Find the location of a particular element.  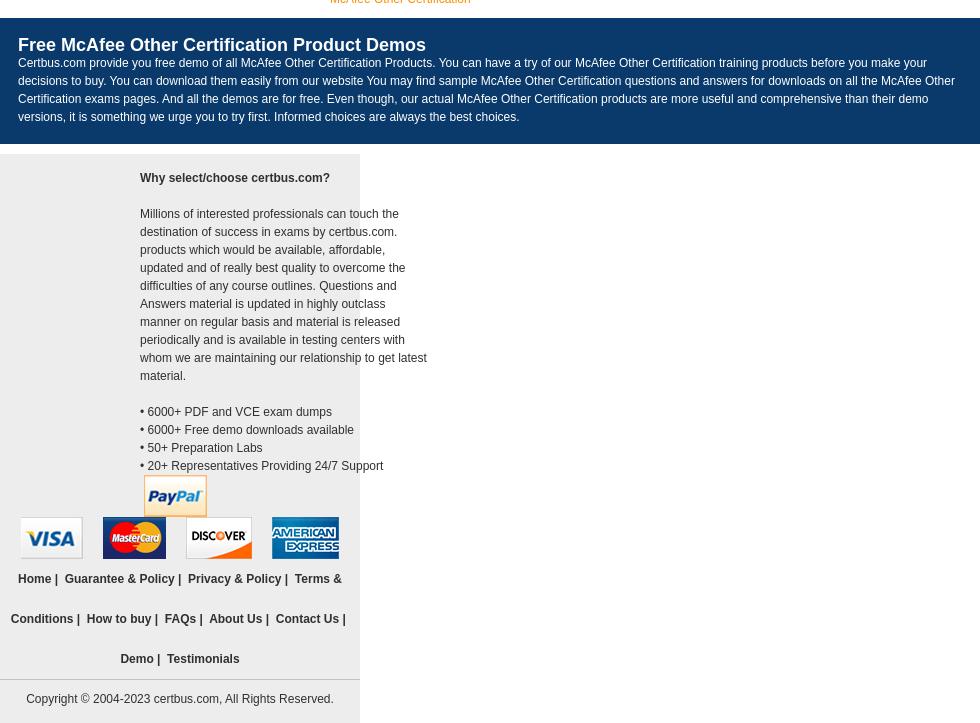

'About Us' is located at coordinates (235, 619).